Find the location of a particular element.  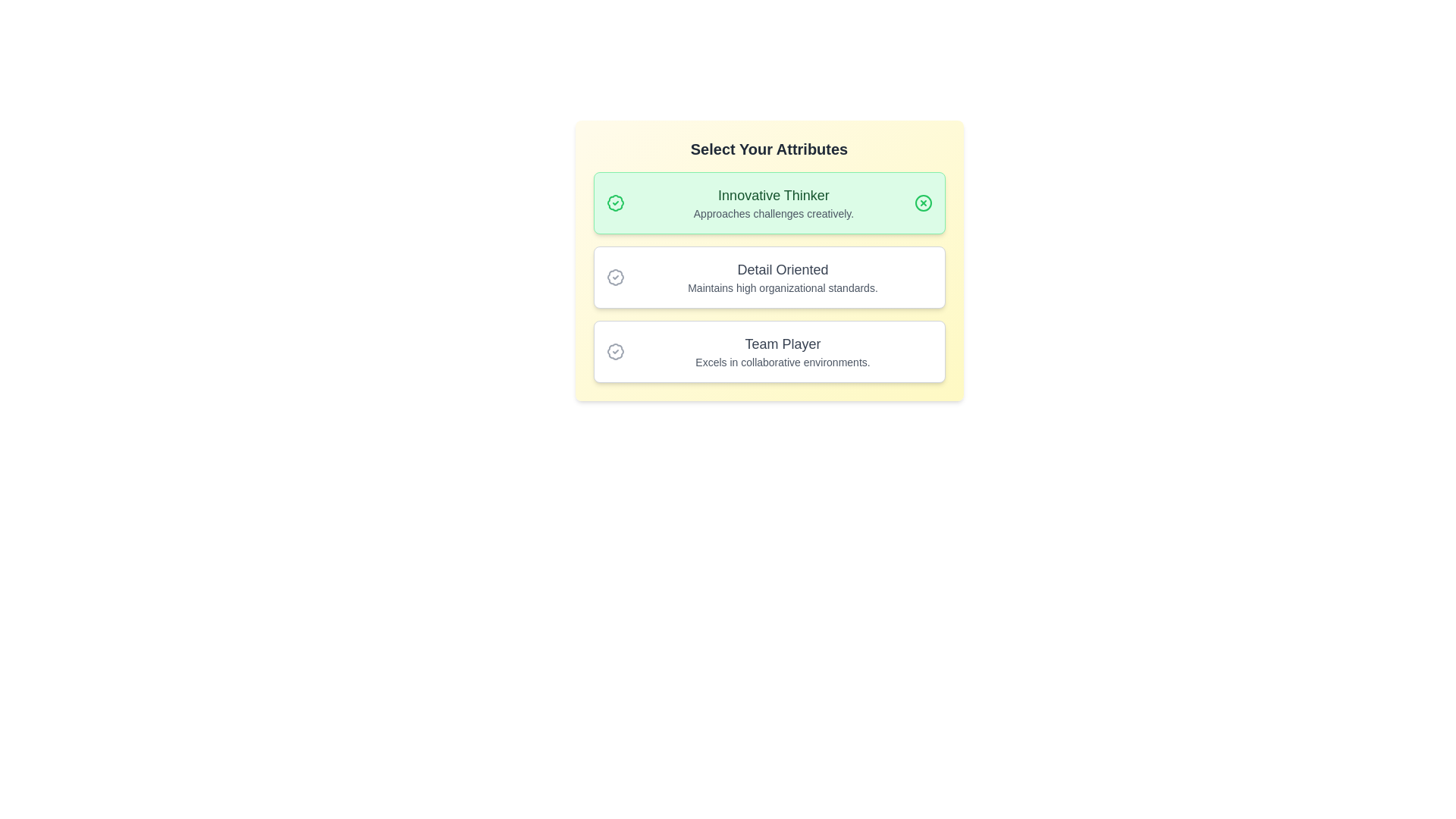

the badge Team Player is located at coordinates (769, 351).